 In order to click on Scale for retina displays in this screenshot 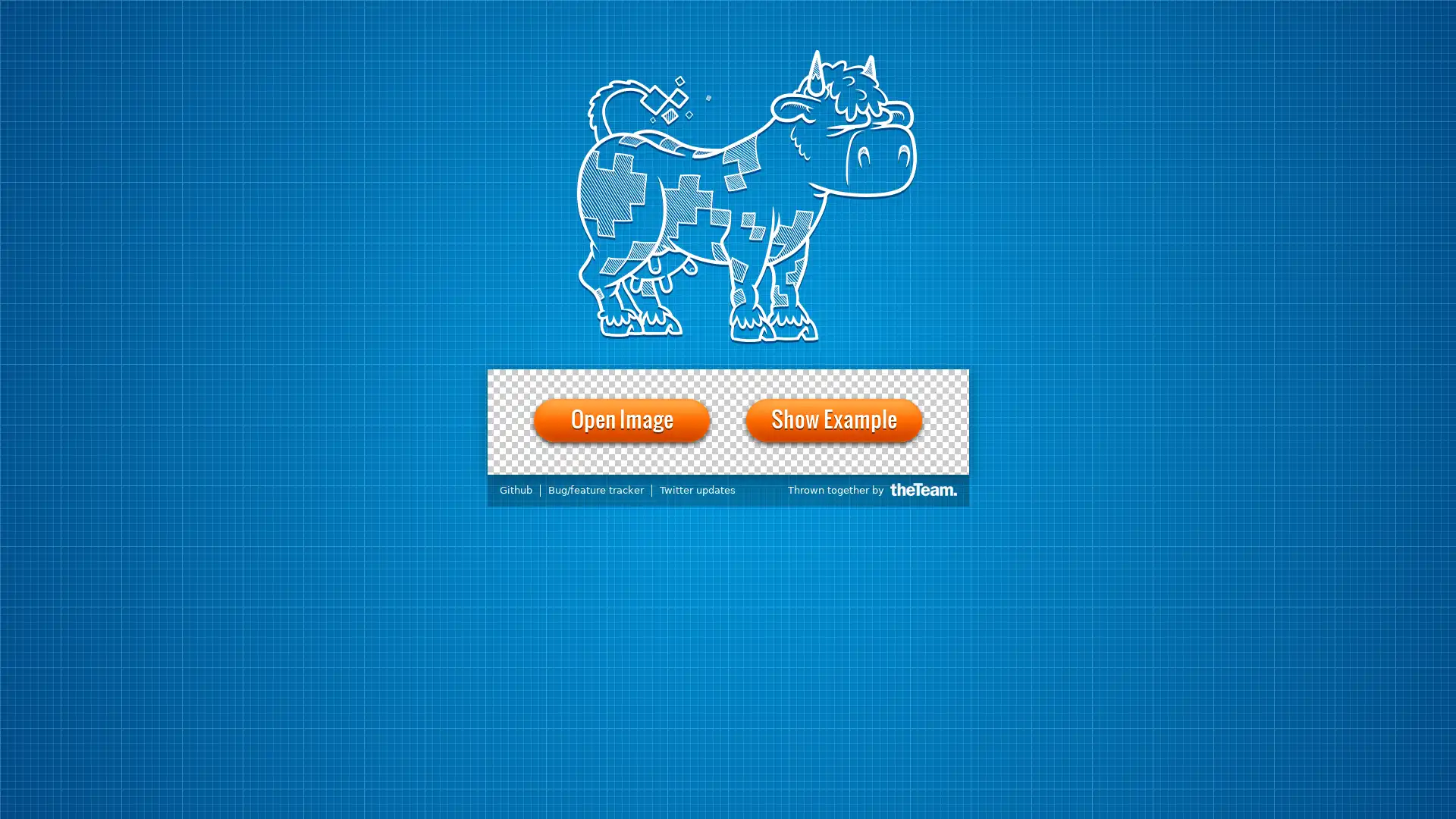, I will do `click(502, 485)`.